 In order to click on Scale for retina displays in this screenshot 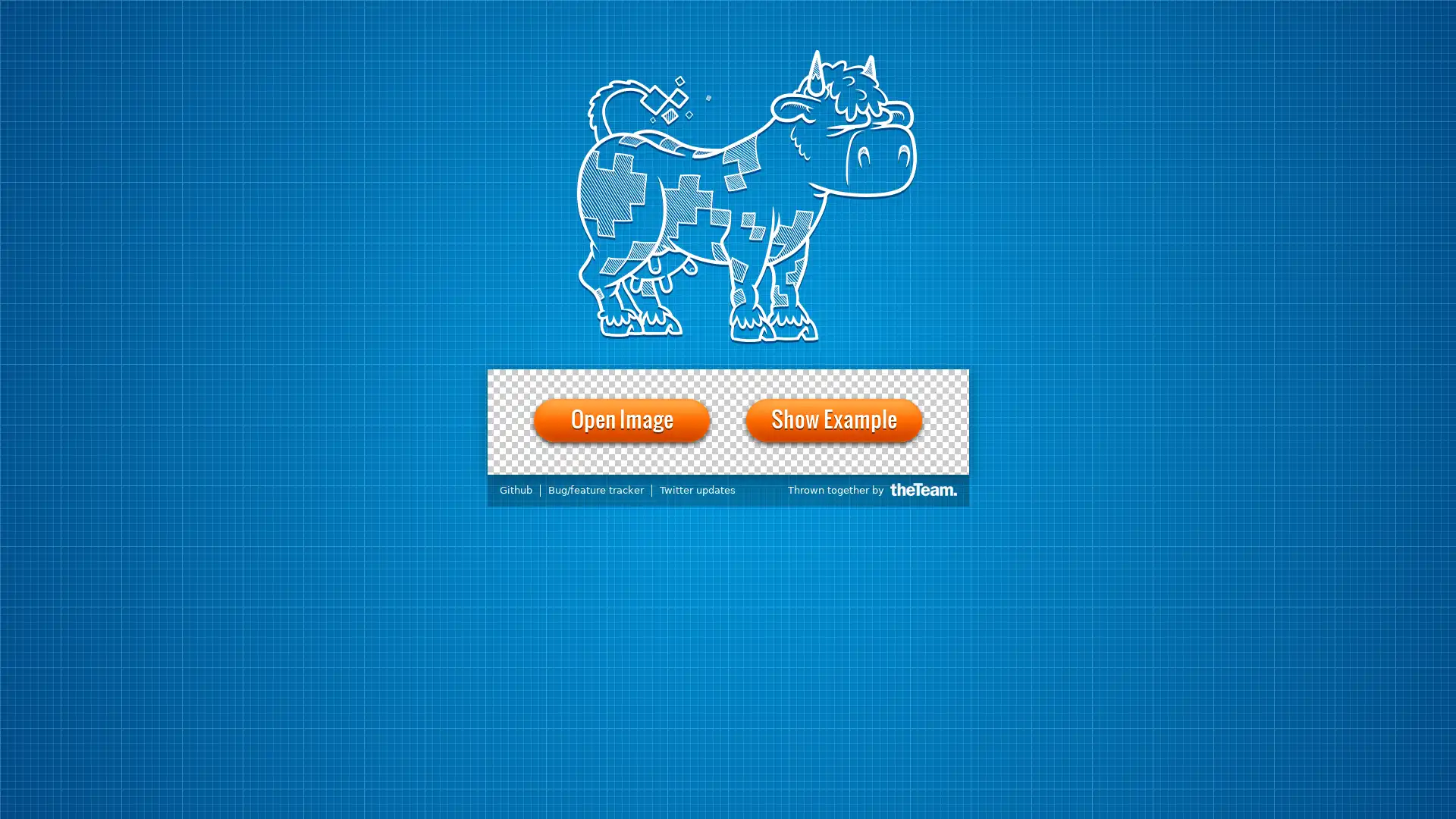, I will do `click(502, 485)`.